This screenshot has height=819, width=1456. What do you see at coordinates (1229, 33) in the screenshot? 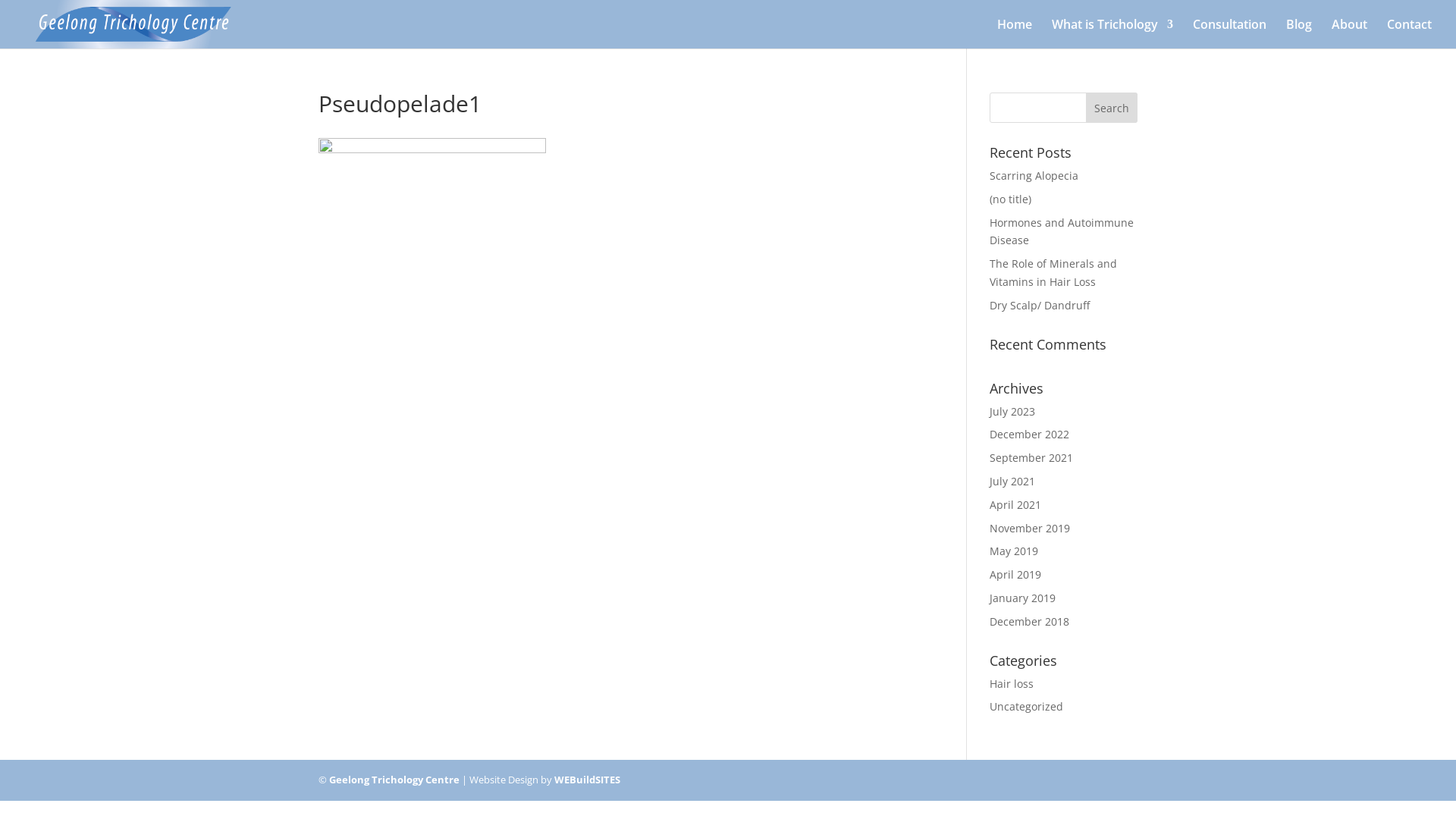
I see `'Consultation'` at bounding box center [1229, 33].